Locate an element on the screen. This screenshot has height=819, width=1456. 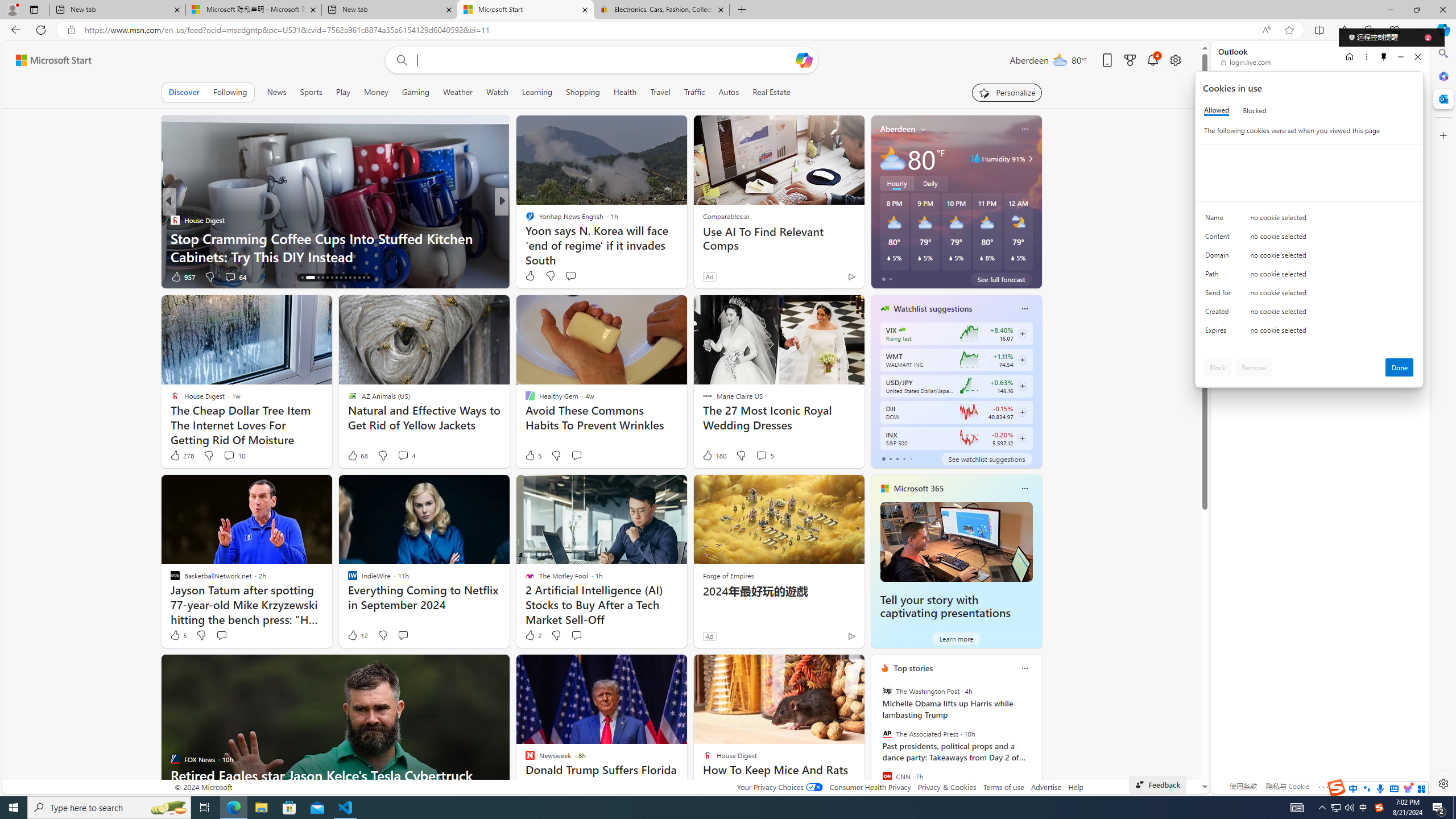
'Content' is located at coordinates (1219, 239).